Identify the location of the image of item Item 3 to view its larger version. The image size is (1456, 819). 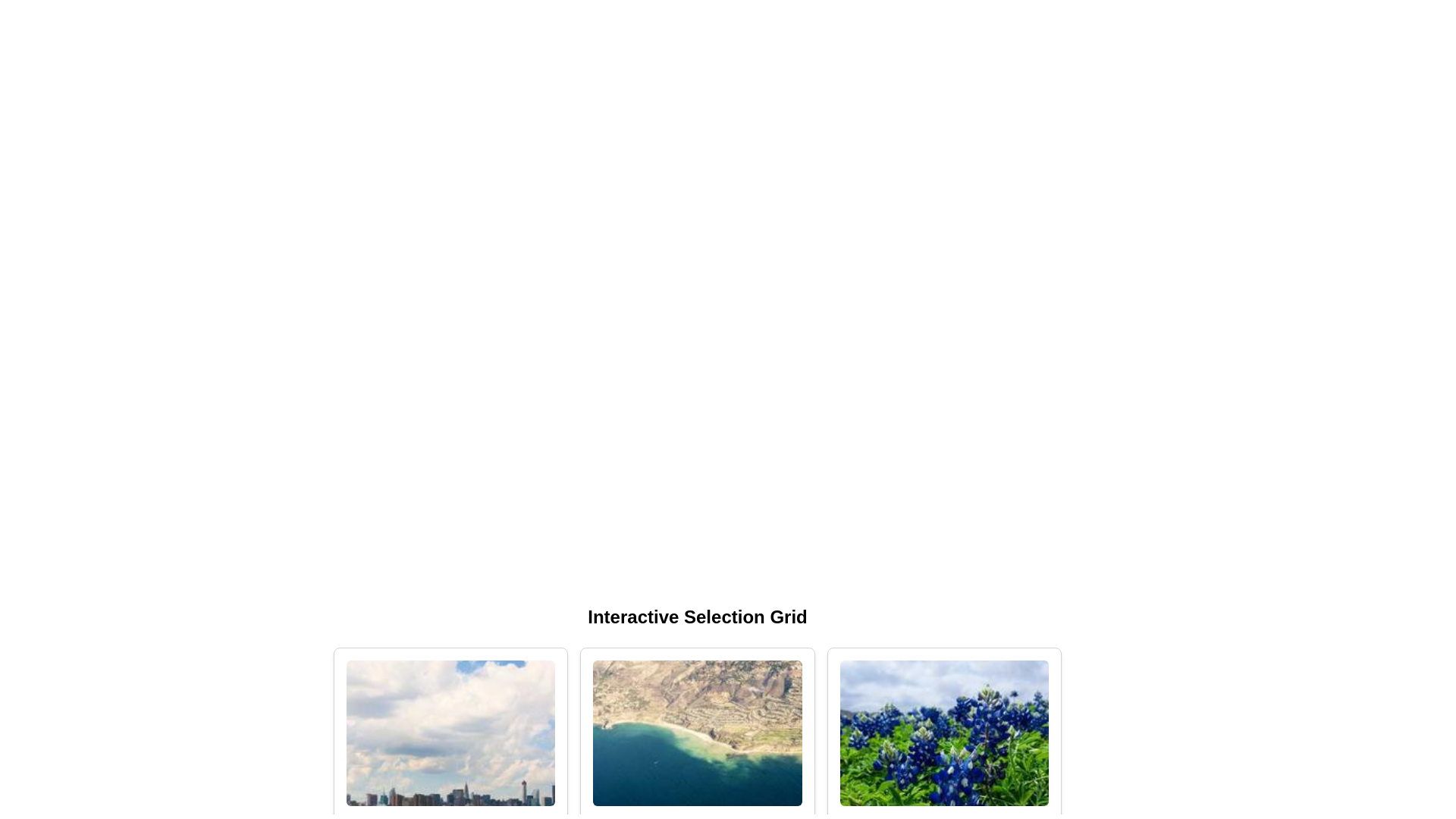
(943, 733).